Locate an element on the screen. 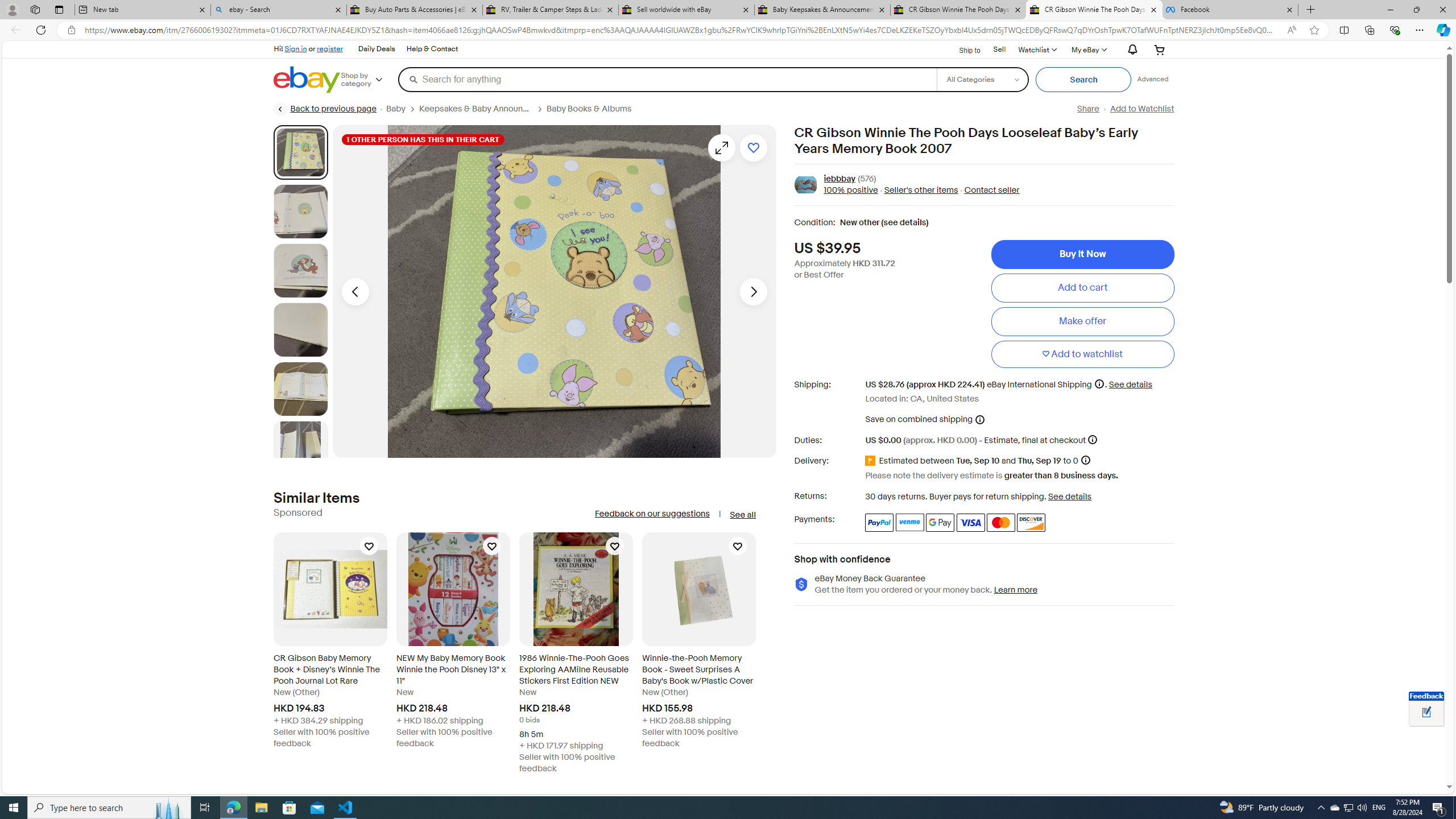 This screenshot has width=1456, height=819. 'Add to cart' is located at coordinates (1082, 287).